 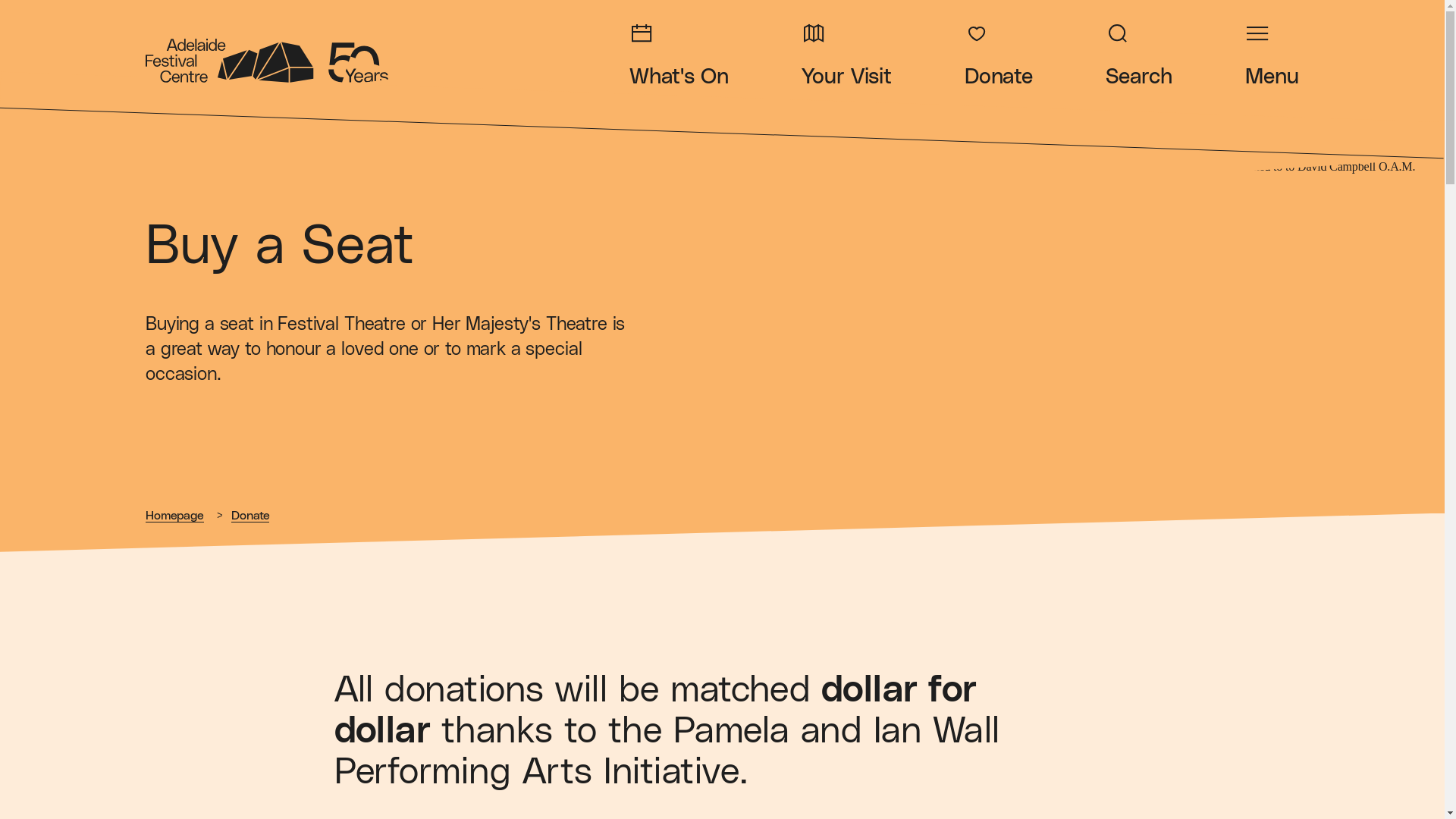 I want to click on 'Your Visit', so click(x=845, y=54).